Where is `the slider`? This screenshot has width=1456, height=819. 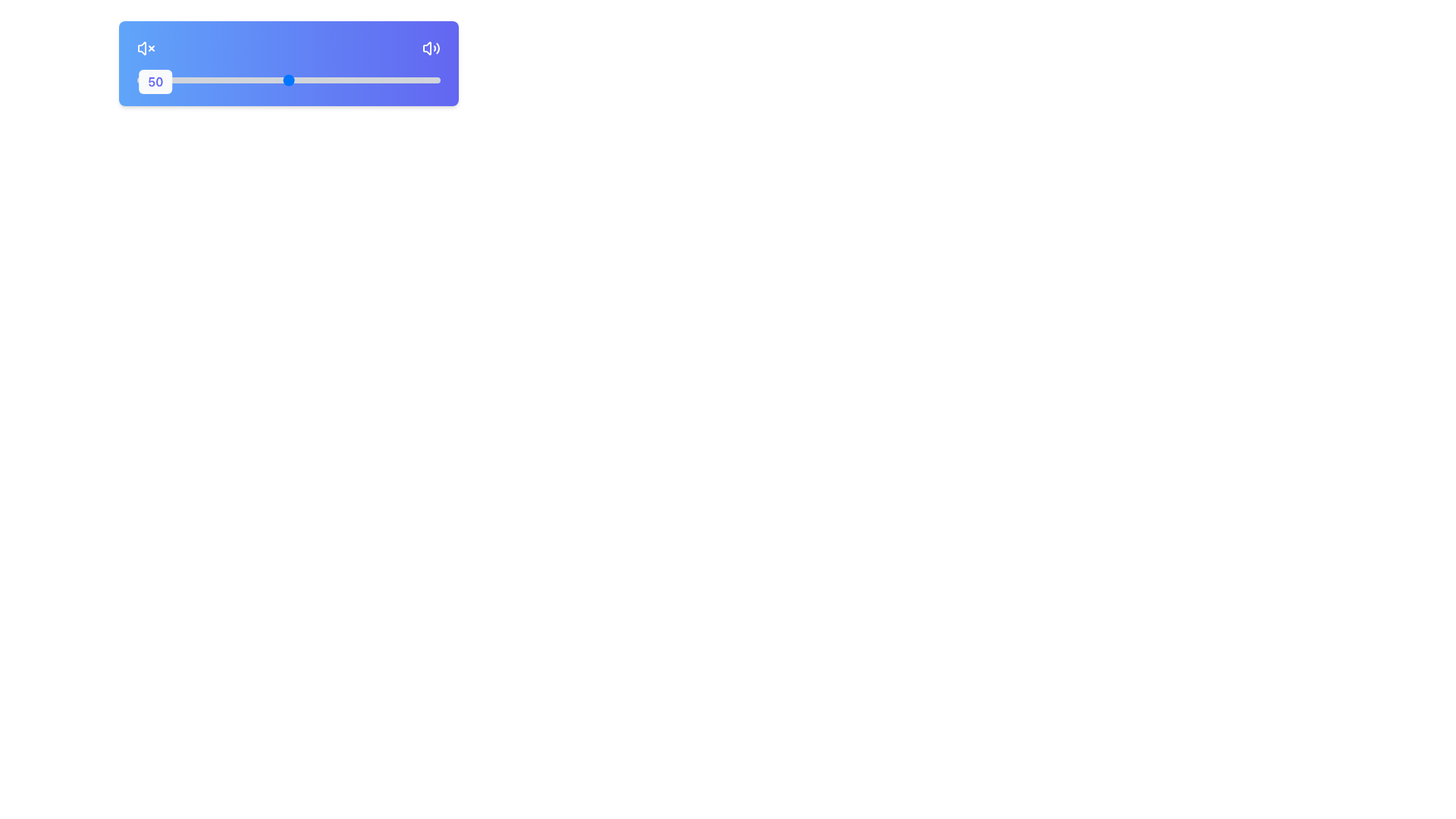 the slider is located at coordinates (431, 80).